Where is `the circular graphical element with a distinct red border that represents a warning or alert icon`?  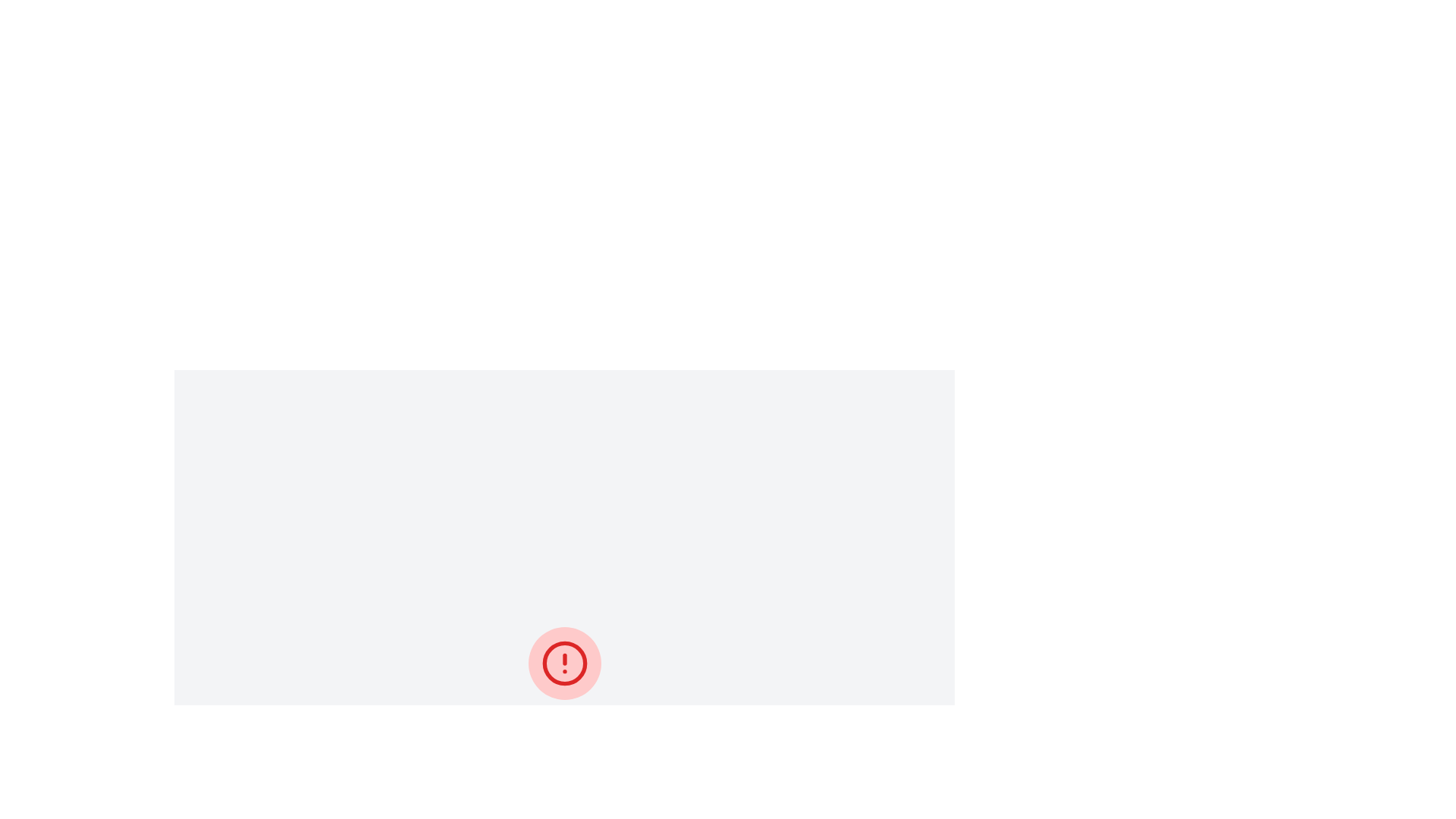 the circular graphical element with a distinct red border that represents a warning or alert icon is located at coordinates (563, 663).